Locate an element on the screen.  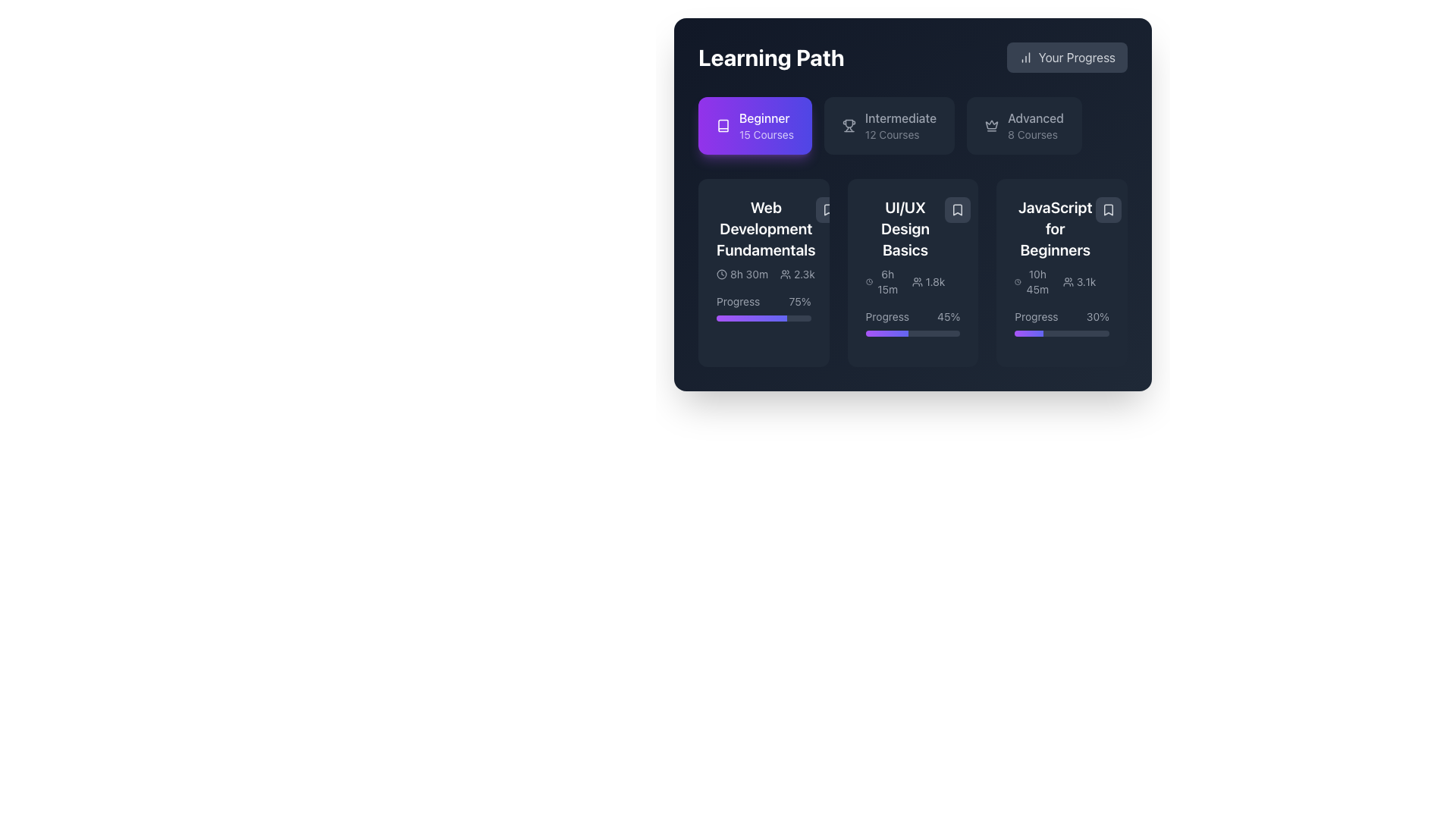
the 'Beginner' level text label which indicates the category for beginner courses in the learning paths section is located at coordinates (766, 117).